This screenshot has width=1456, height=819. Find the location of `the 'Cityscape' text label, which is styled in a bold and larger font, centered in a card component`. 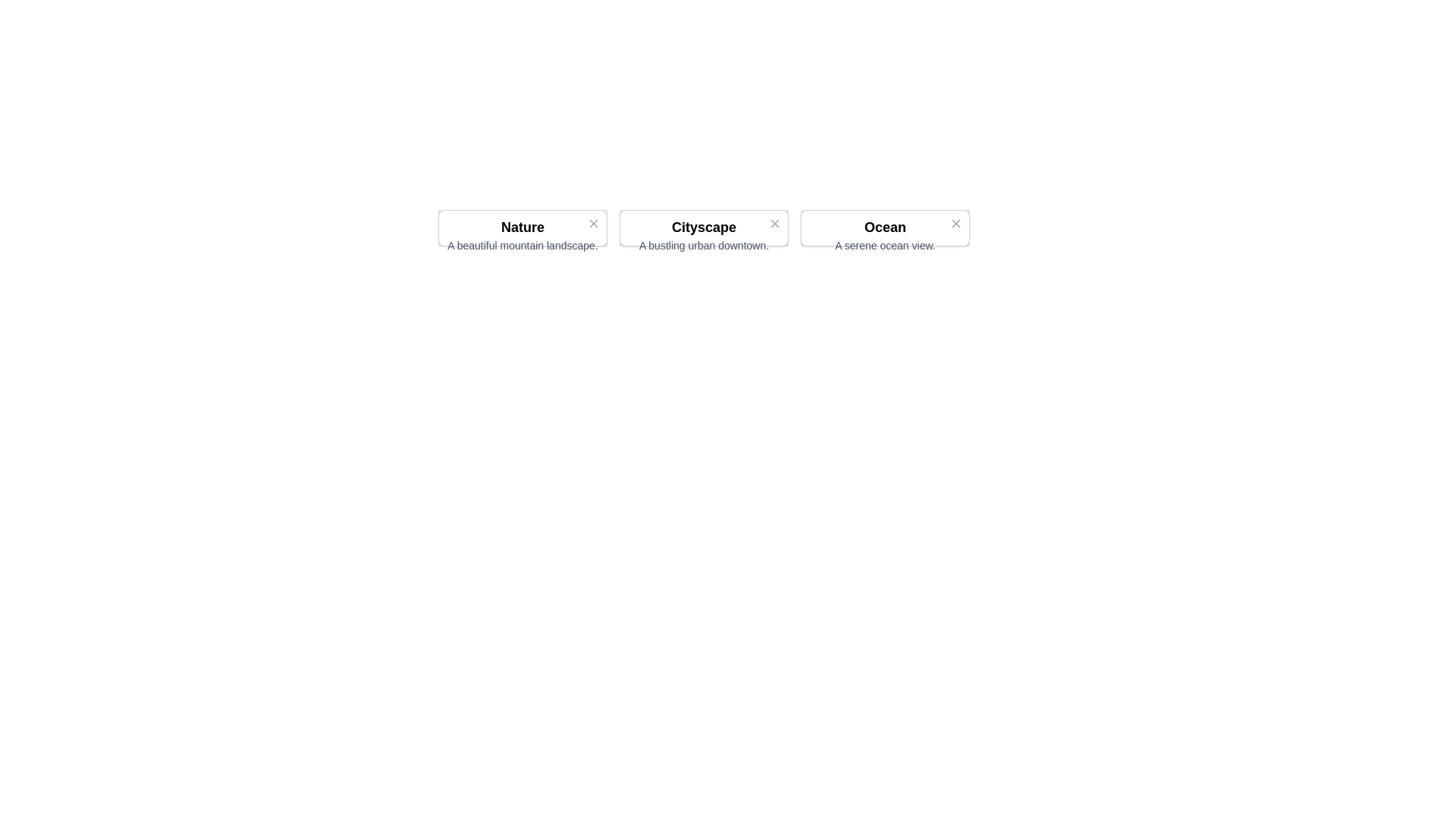

the 'Cityscape' text label, which is styled in a bold and larger font, centered in a card component is located at coordinates (703, 227).